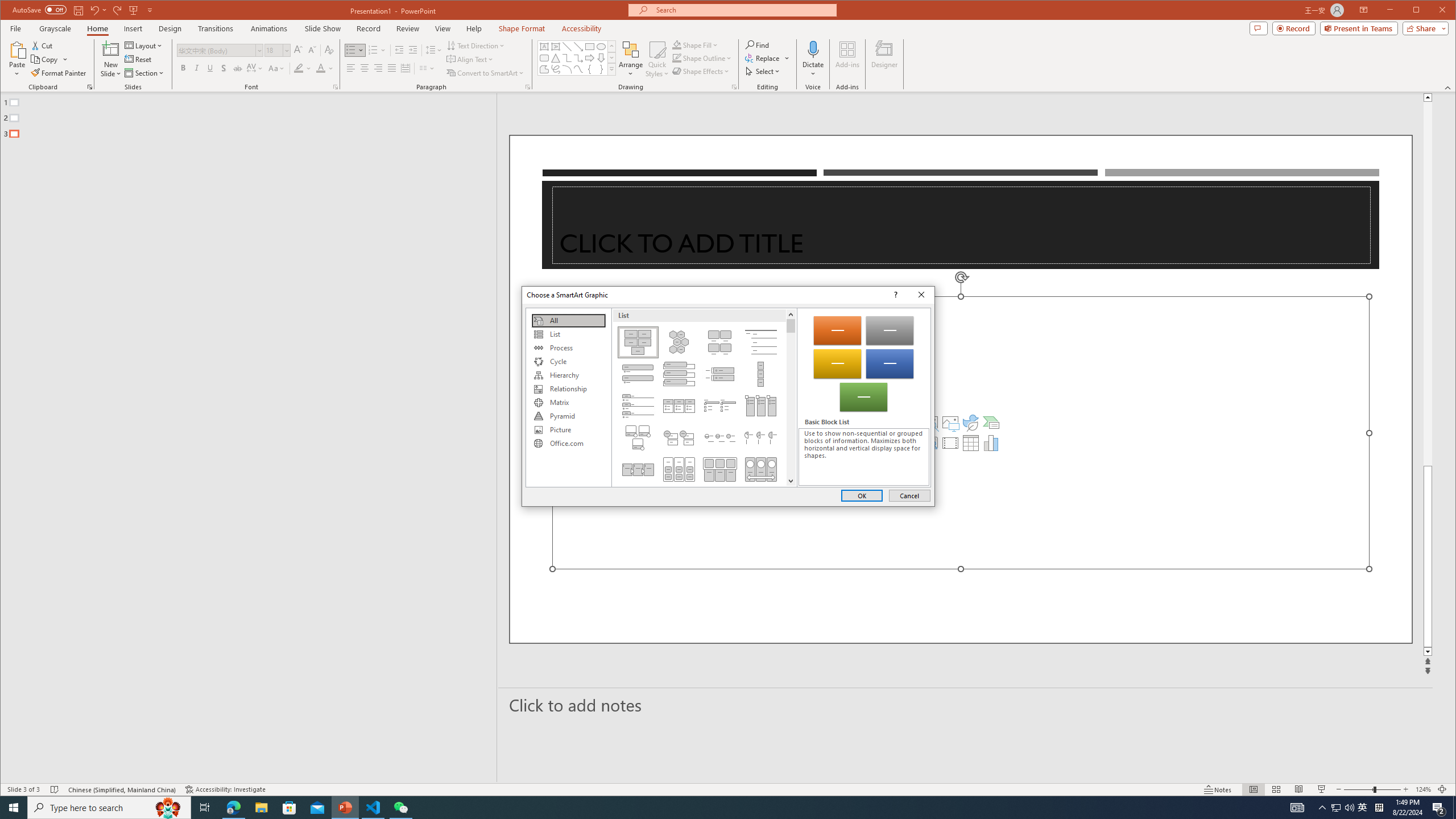 Image resolution: width=1456 pixels, height=819 pixels. I want to click on 'All', so click(568, 320).